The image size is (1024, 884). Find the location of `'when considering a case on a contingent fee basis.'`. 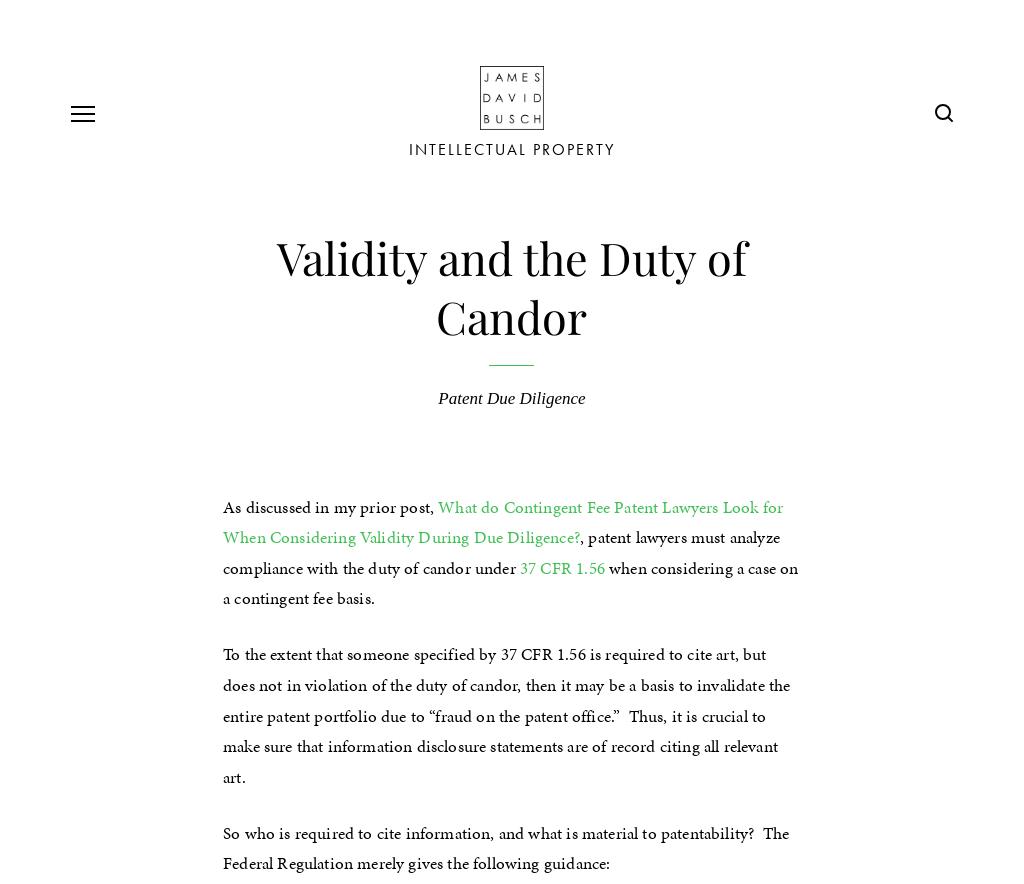

'when considering a case on a contingent fee basis.' is located at coordinates (222, 581).